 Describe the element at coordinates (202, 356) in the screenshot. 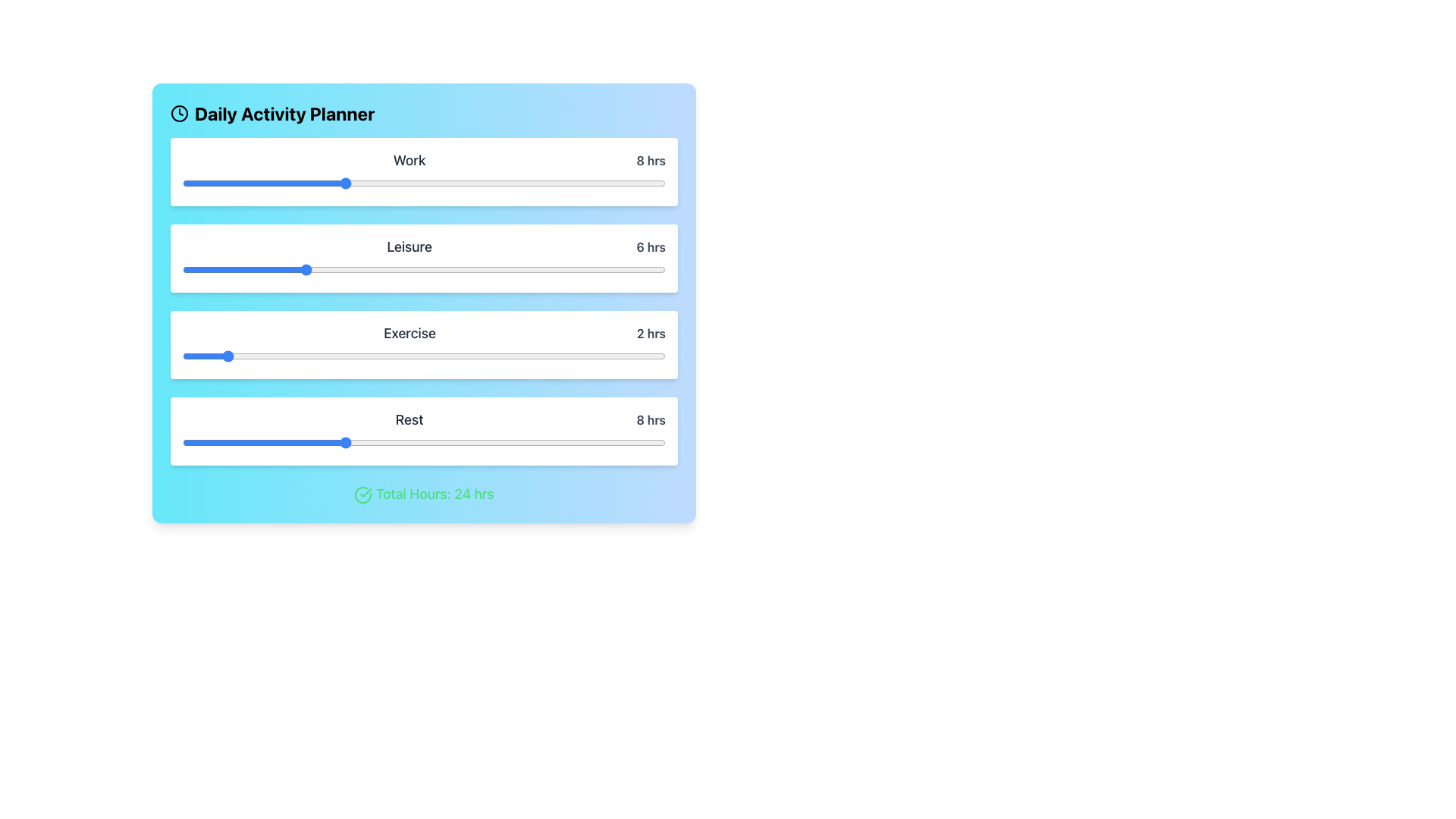

I see `the Exercise duration` at that location.